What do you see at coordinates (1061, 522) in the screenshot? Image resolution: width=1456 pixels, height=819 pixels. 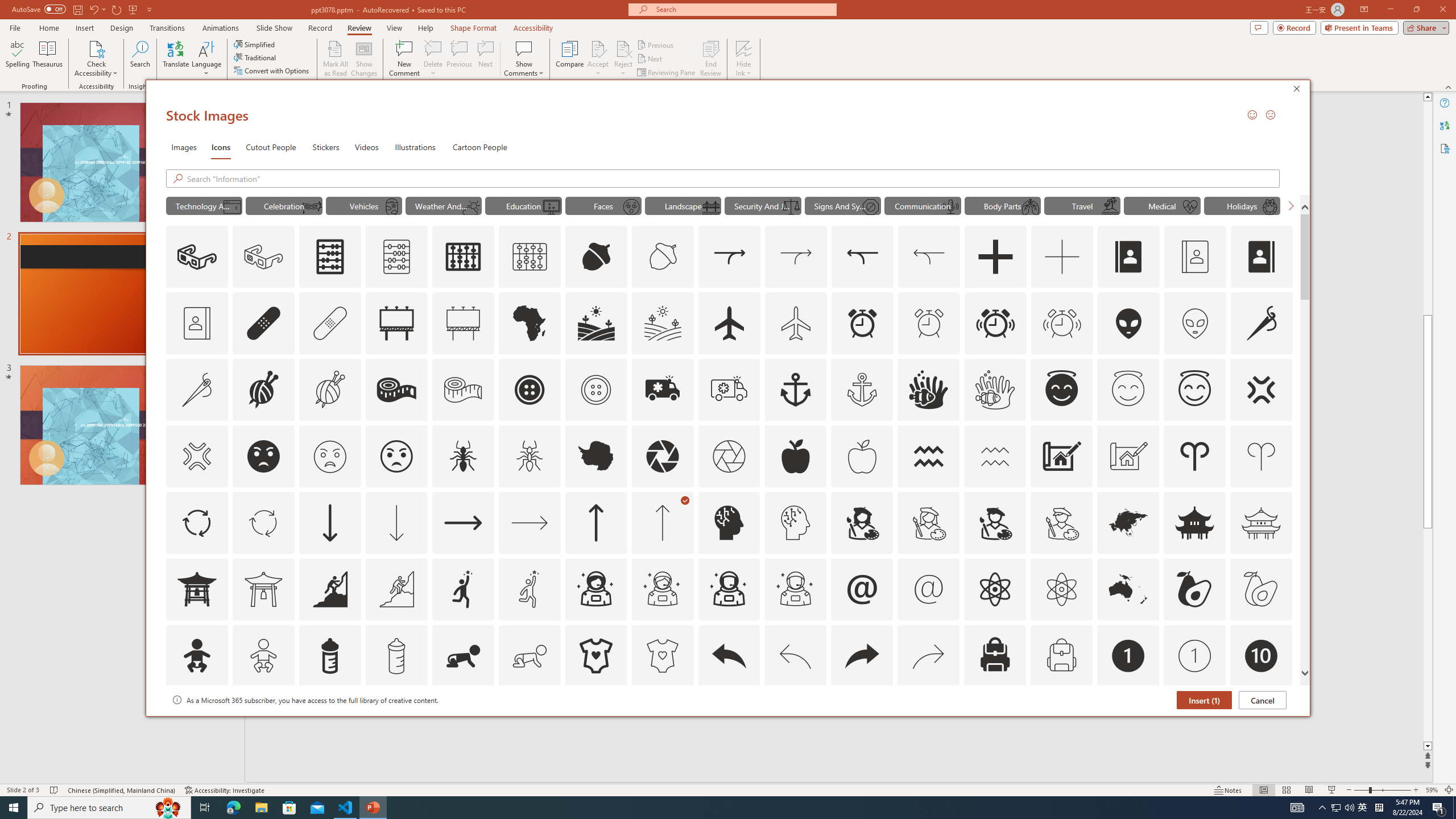 I see `'AutomationID: Icons_ArtistMale_M'` at bounding box center [1061, 522].